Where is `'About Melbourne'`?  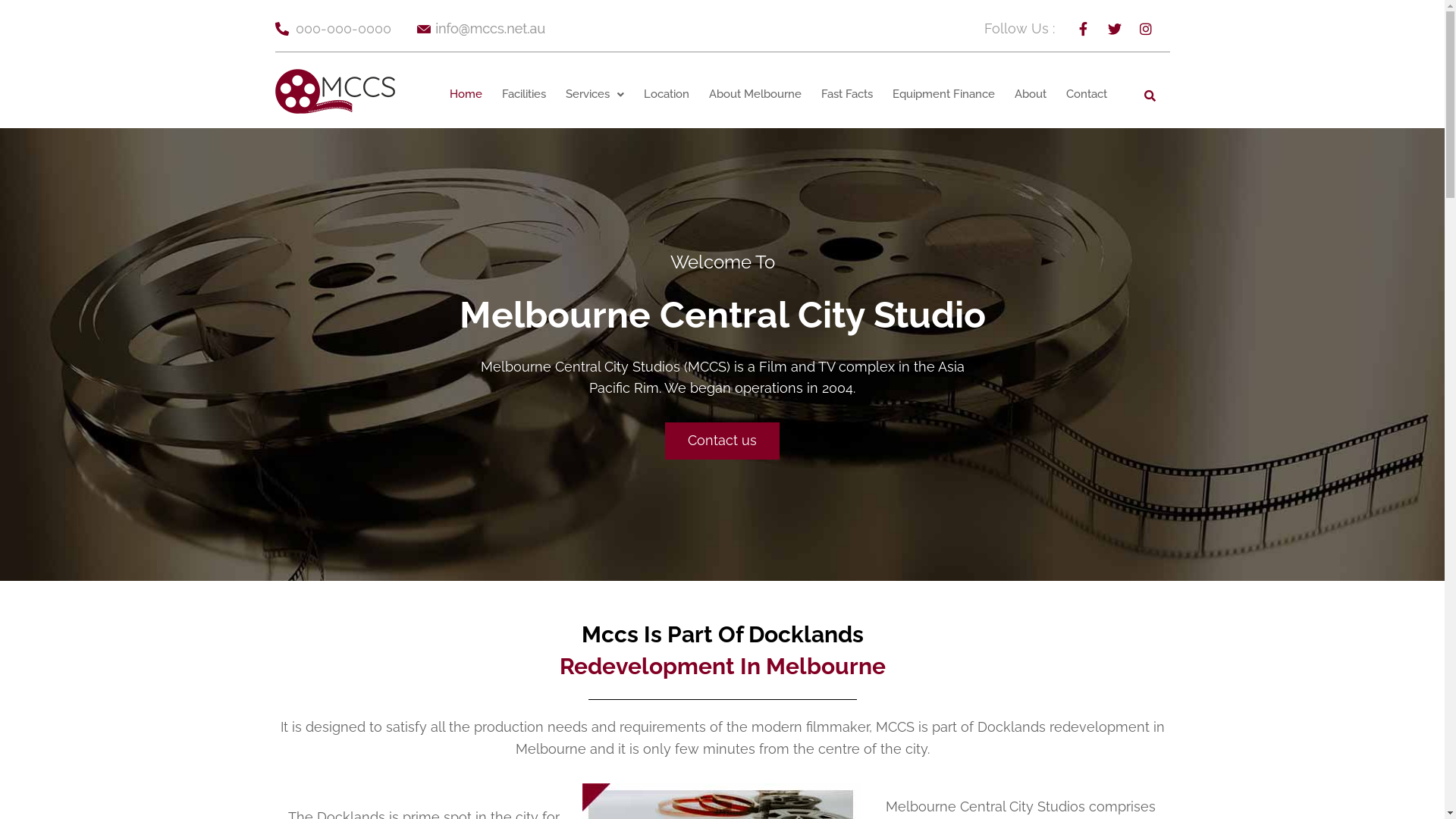
'About Melbourne' is located at coordinates (755, 94).